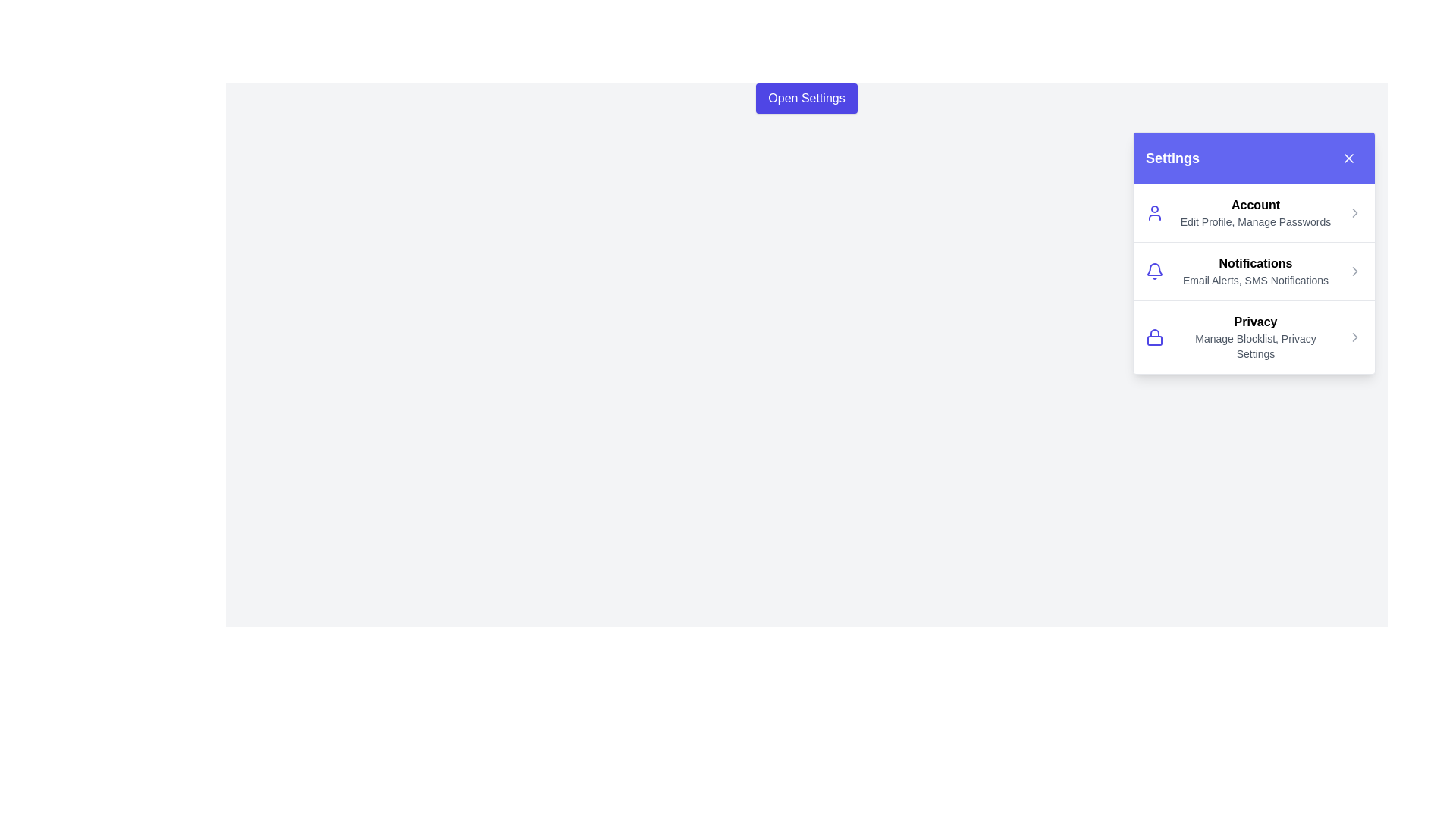 This screenshot has height=819, width=1456. Describe the element at coordinates (806, 99) in the screenshot. I see `the 'Open Settings' button with a violet background` at that location.